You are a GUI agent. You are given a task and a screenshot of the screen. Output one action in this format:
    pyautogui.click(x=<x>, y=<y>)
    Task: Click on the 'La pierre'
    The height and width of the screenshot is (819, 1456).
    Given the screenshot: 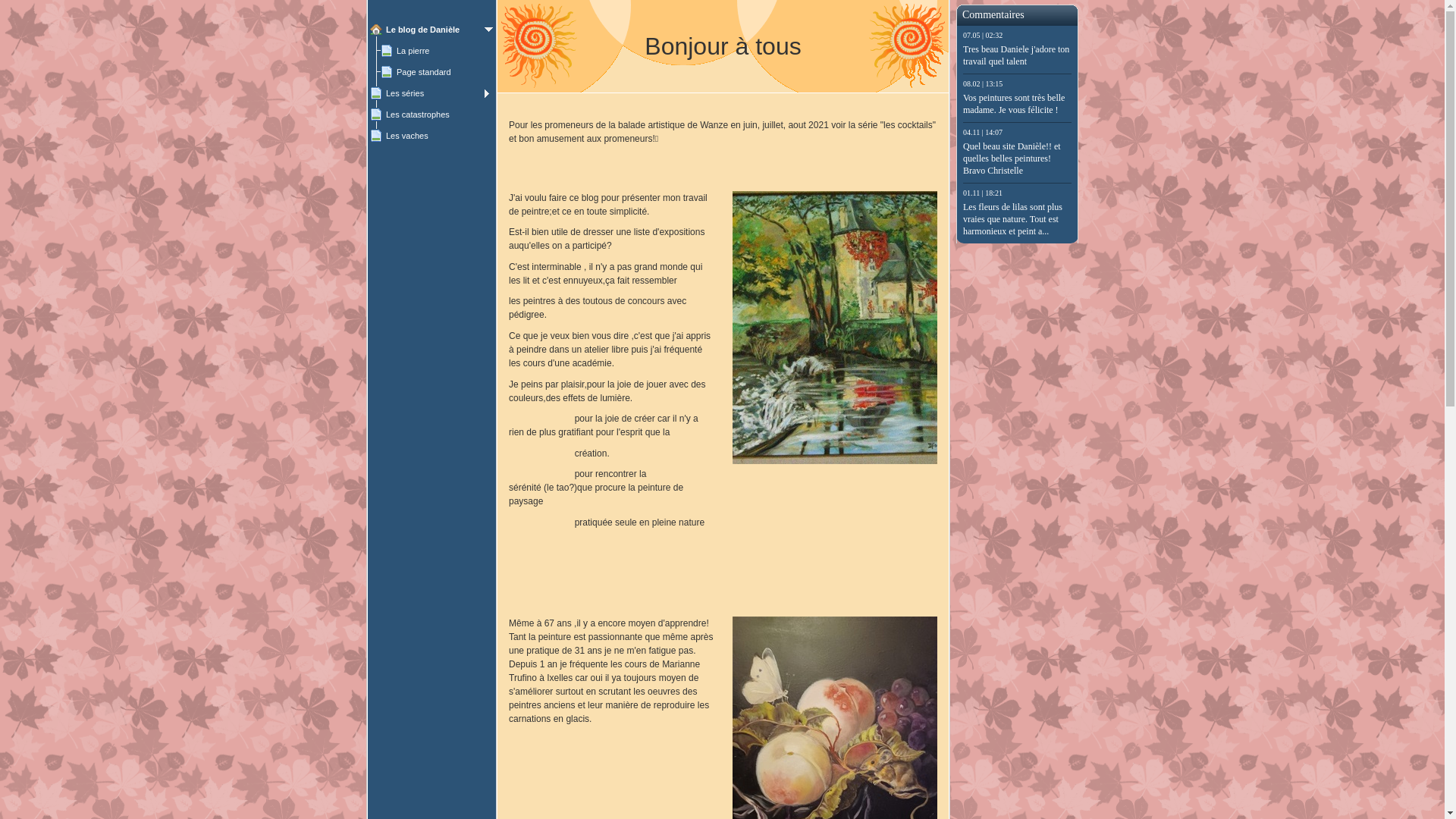 What is the action you would take?
    pyautogui.click(x=436, y=49)
    